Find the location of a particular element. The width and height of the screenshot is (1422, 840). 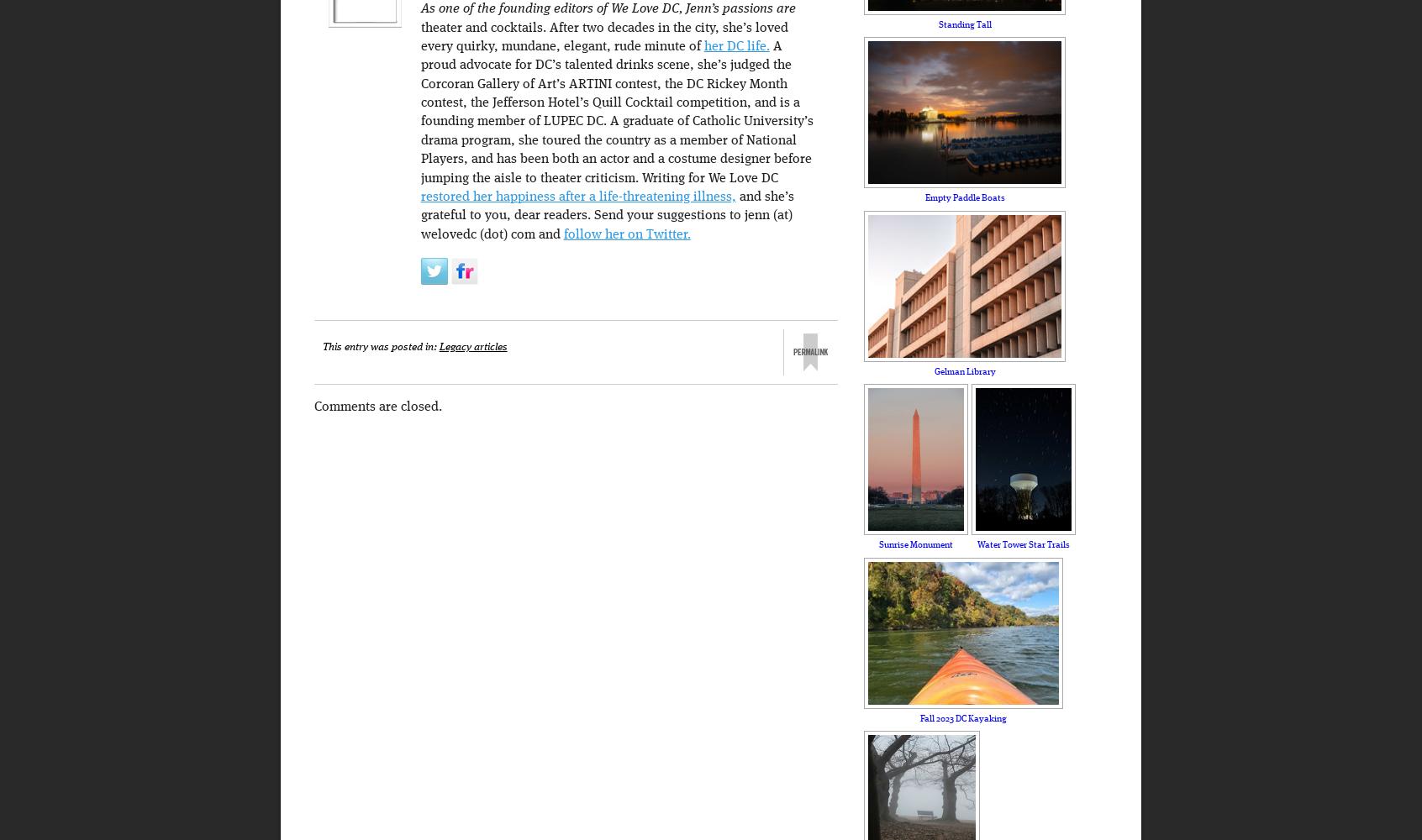

'follow her on Twitter.' is located at coordinates (625, 234).